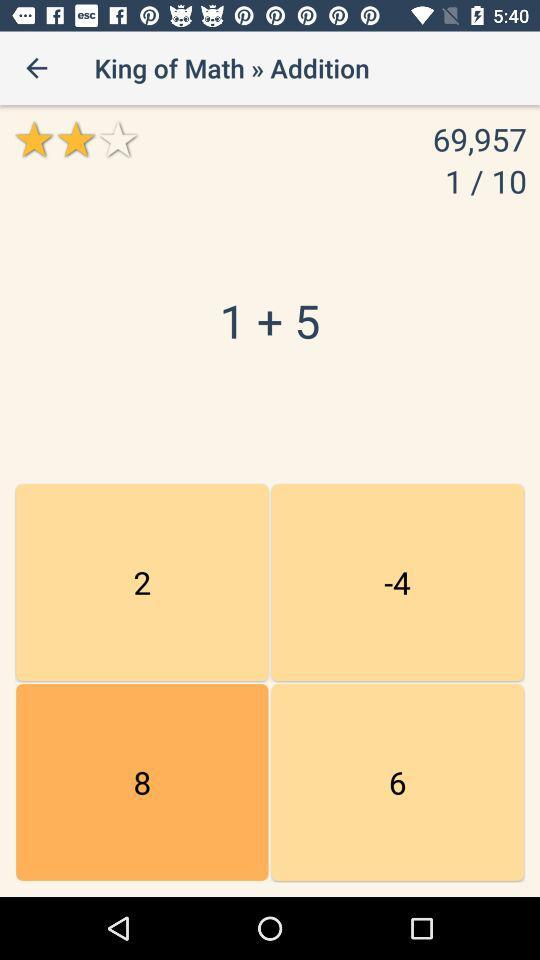 This screenshot has width=540, height=960. I want to click on the item next to the 15, so click(397, 582).